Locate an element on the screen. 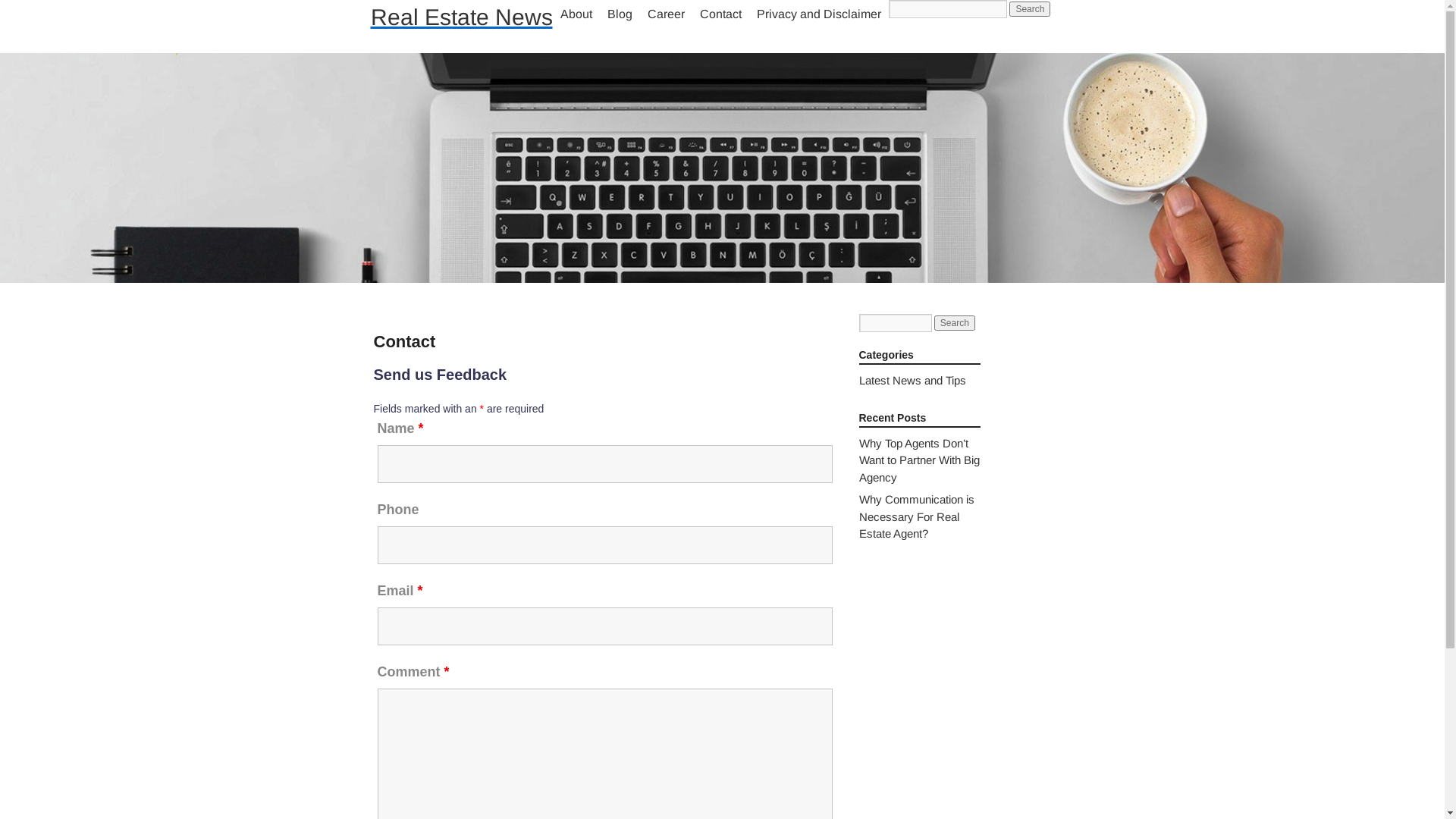 The width and height of the screenshot is (1456, 819). 'Career' is located at coordinates (666, 14).